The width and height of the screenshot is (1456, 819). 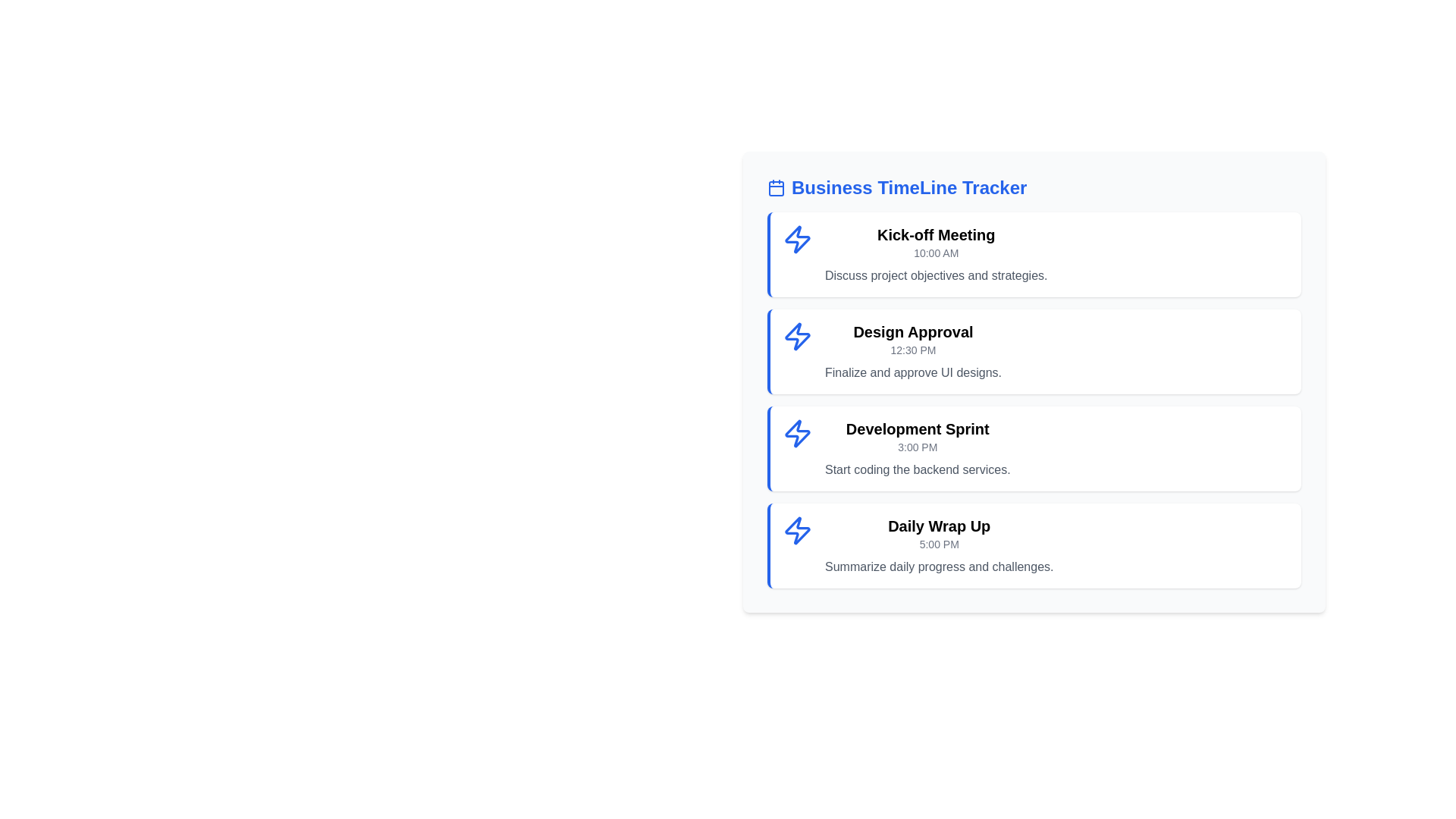 I want to click on the text label 'Design Approval' which is displayed in a bold and enlarged font style, indicating its significance as a heading within the timeline section, so click(x=912, y=331).